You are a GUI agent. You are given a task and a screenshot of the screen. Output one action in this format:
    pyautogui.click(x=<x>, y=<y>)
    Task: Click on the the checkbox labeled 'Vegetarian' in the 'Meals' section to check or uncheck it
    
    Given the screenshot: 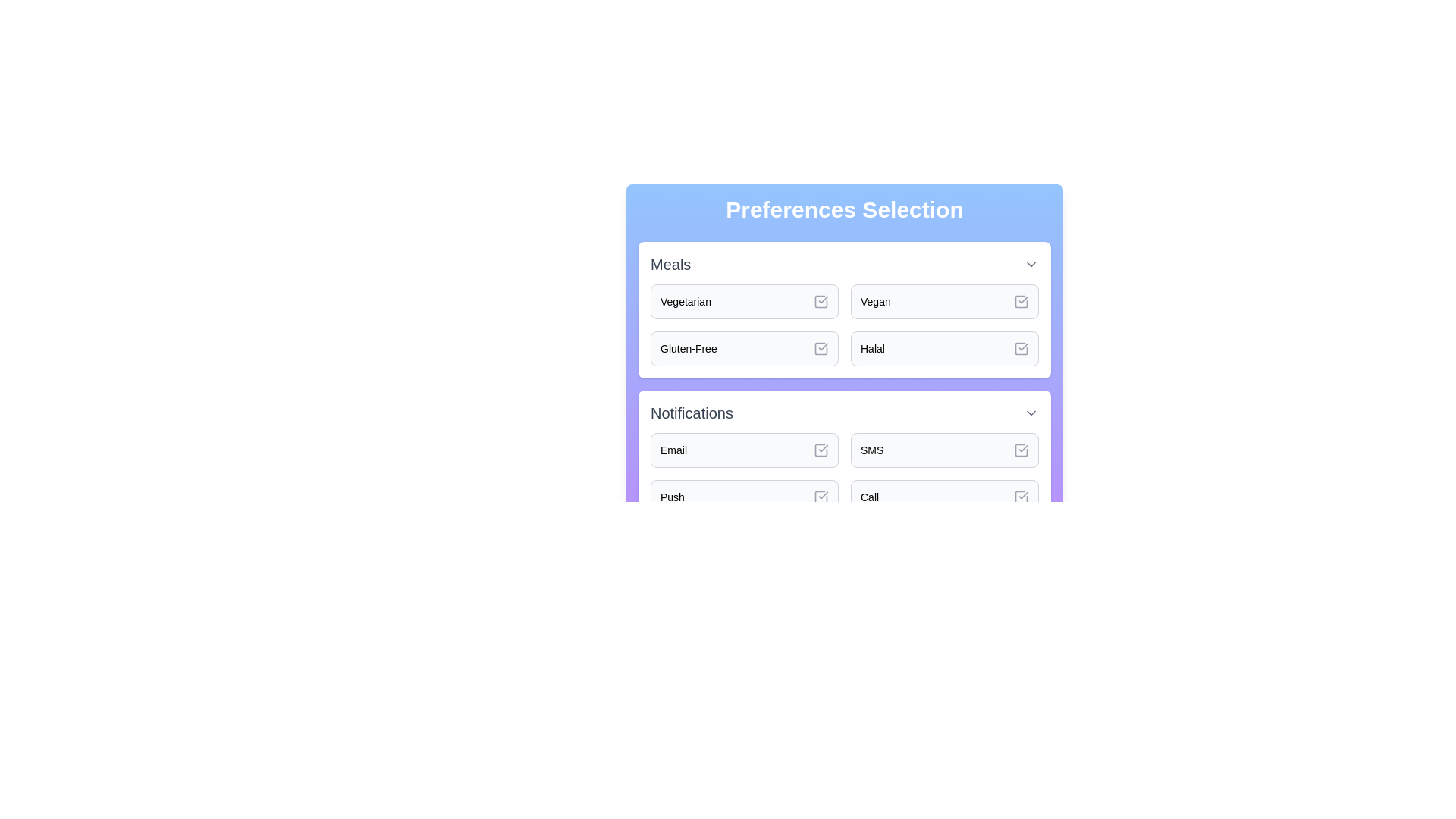 What is the action you would take?
    pyautogui.click(x=821, y=301)
    